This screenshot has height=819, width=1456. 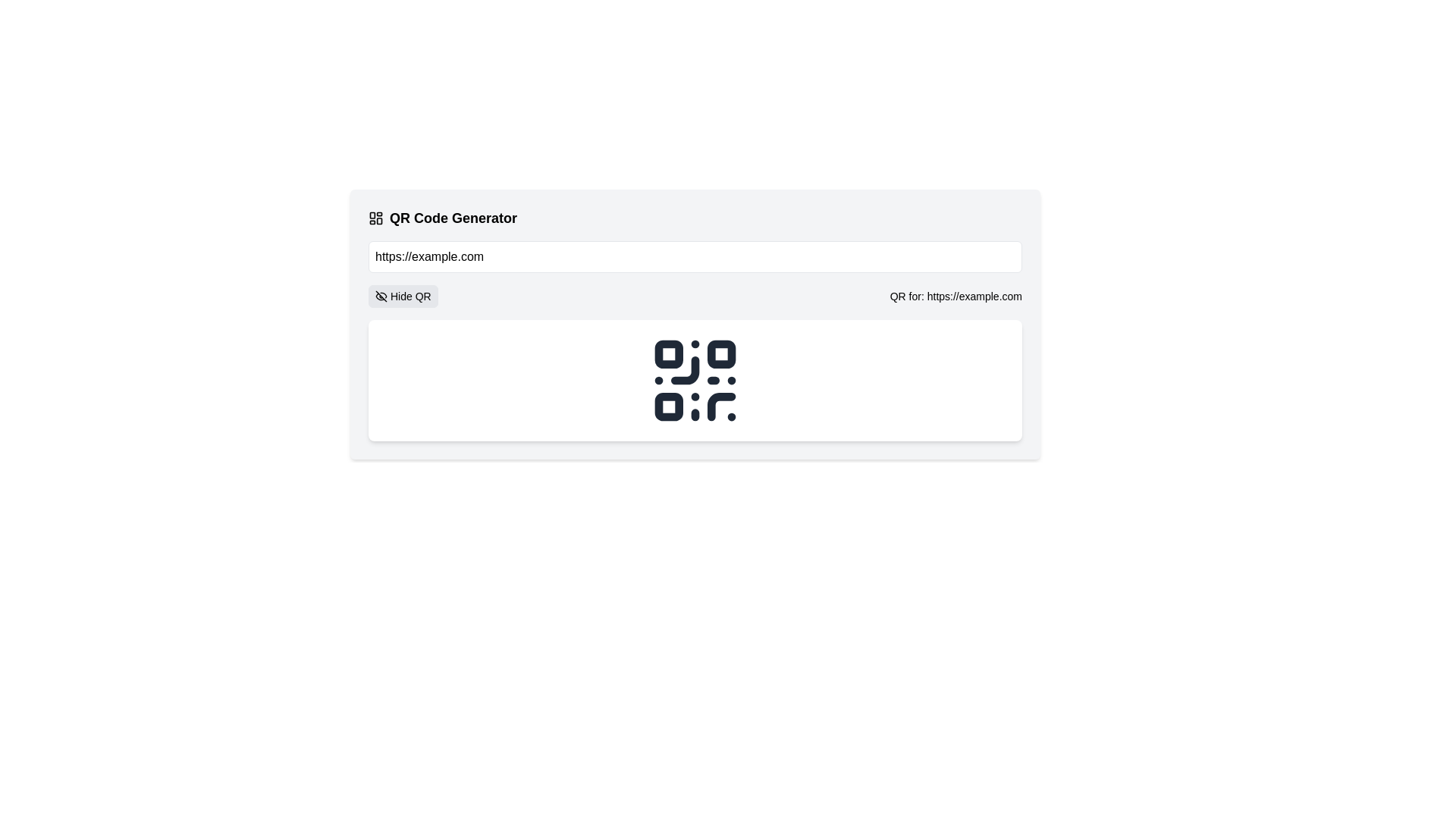 I want to click on the dashboard layout icon located in the header section titled 'QR Code Generator', positioned before the text 'QR Code Generator', so click(x=375, y=218).